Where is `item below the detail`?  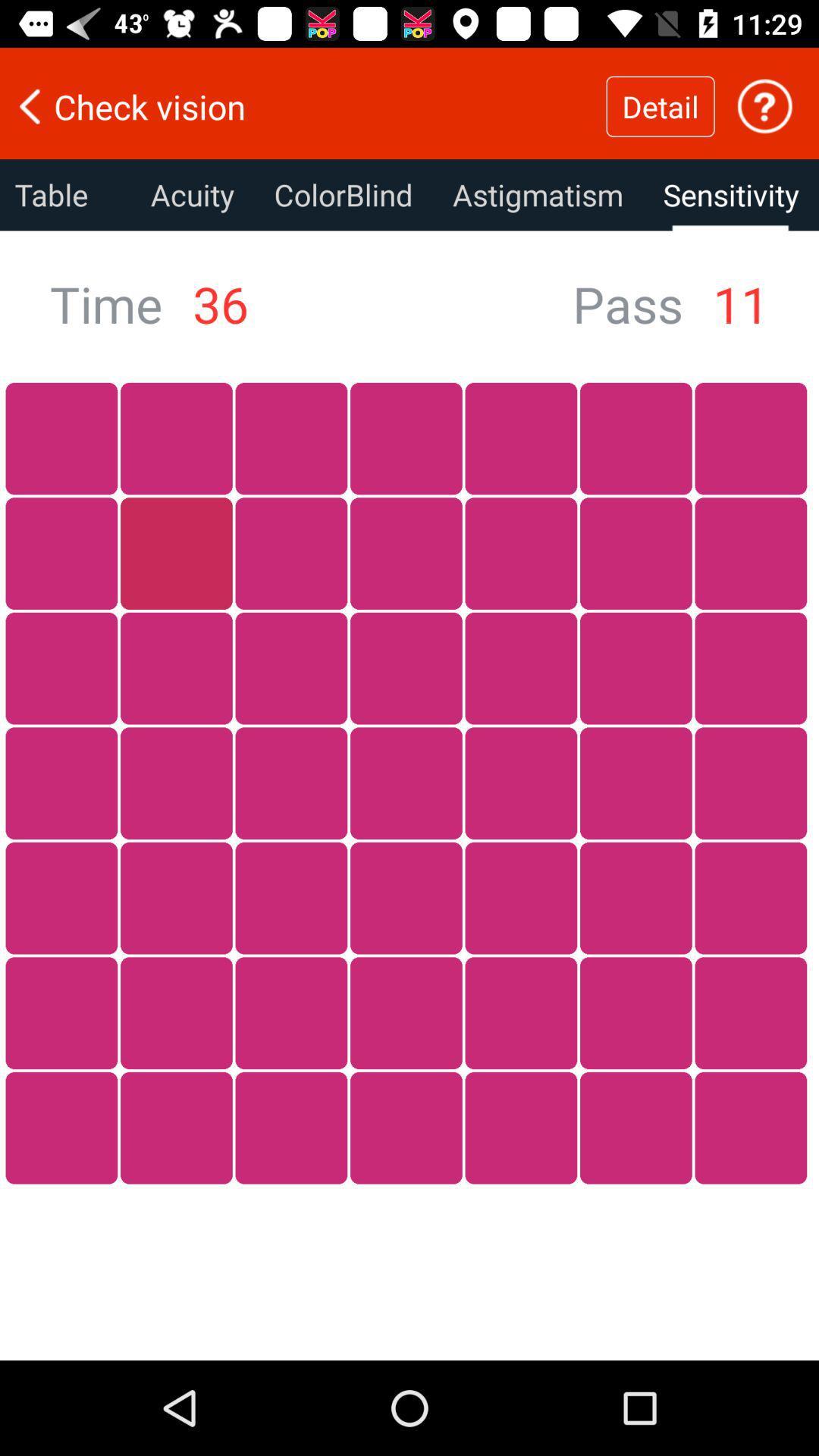
item below the detail is located at coordinates (730, 194).